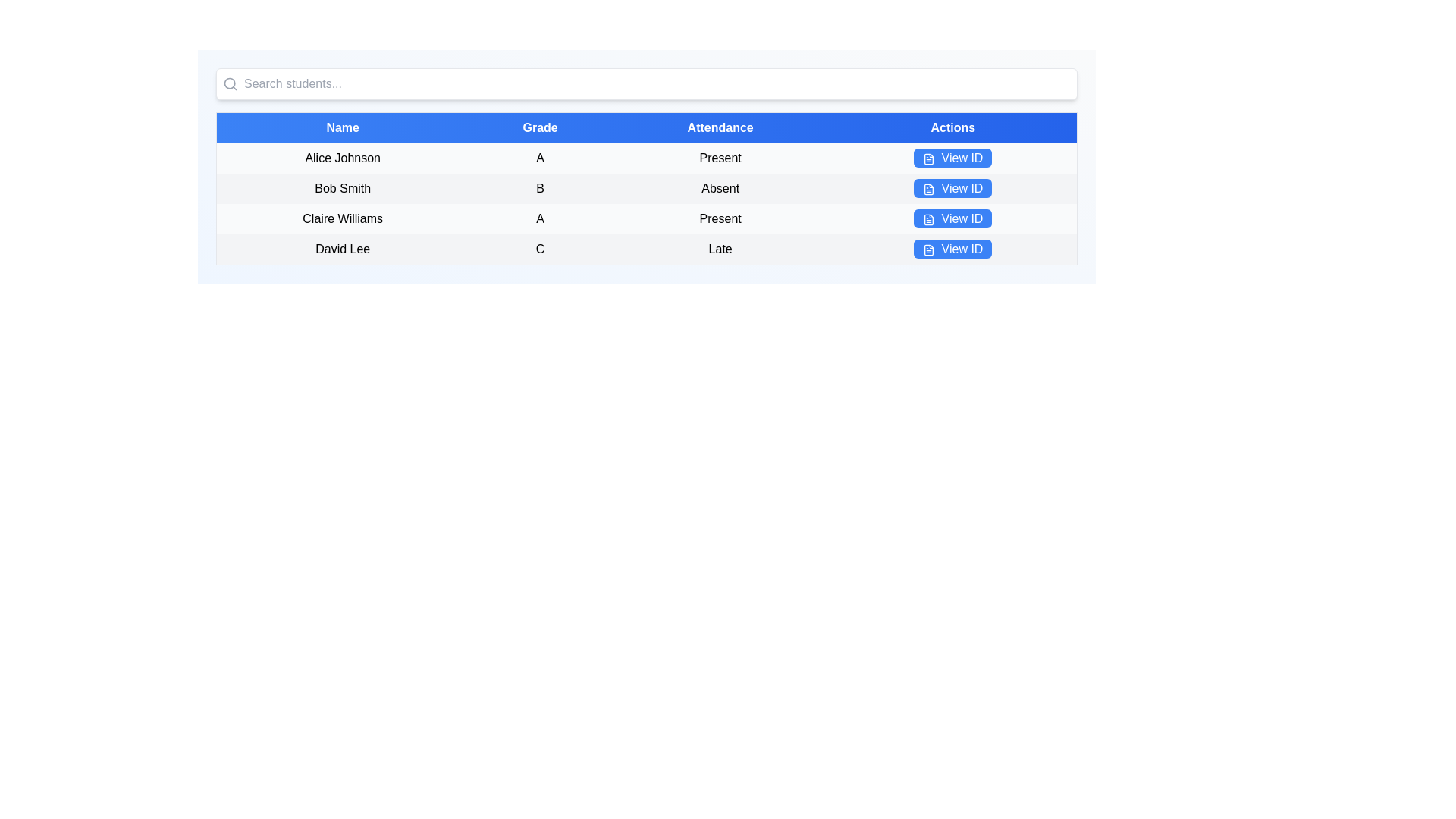 This screenshot has width=1456, height=819. I want to click on the circular lens of the search icon, which is part of the magnifying glass icon located to the left of the search input box in the header, so click(229, 83).